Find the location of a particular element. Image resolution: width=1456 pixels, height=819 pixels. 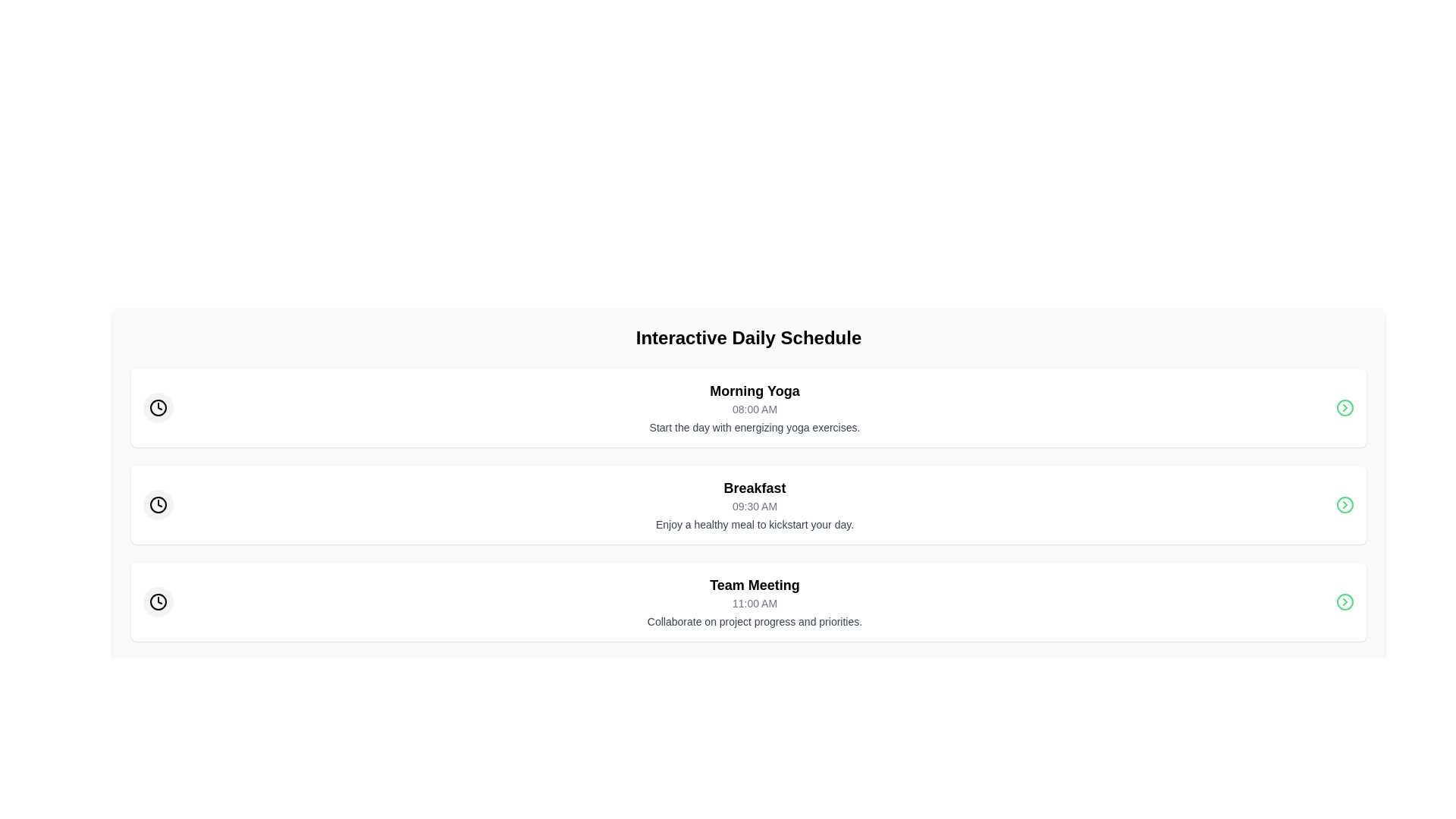

the title Text label of the scheduled activity, which is positioned above the subtitle '08:00 AM' and description text 'Start the day with energizing yoga exercises.' is located at coordinates (755, 391).